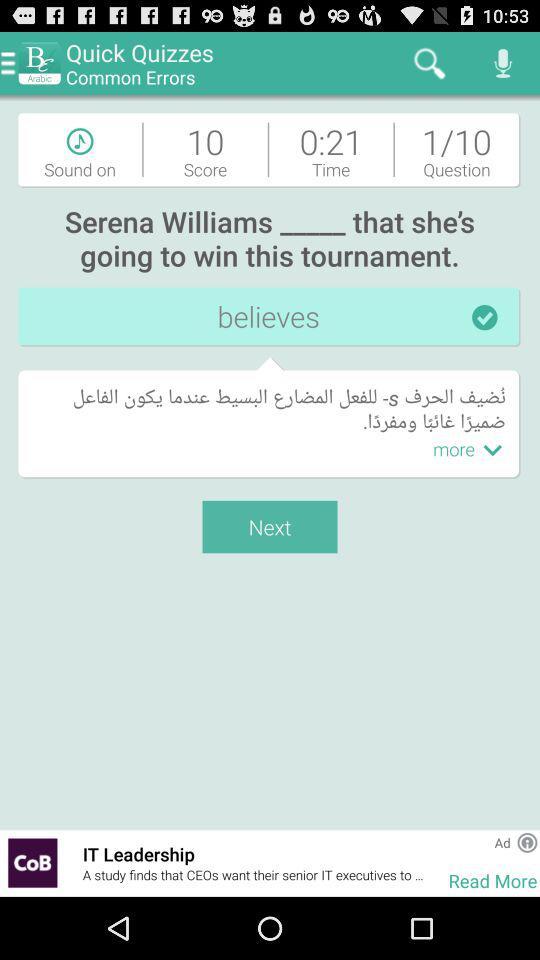  I want to click on app above read more item, so click(501, 841).